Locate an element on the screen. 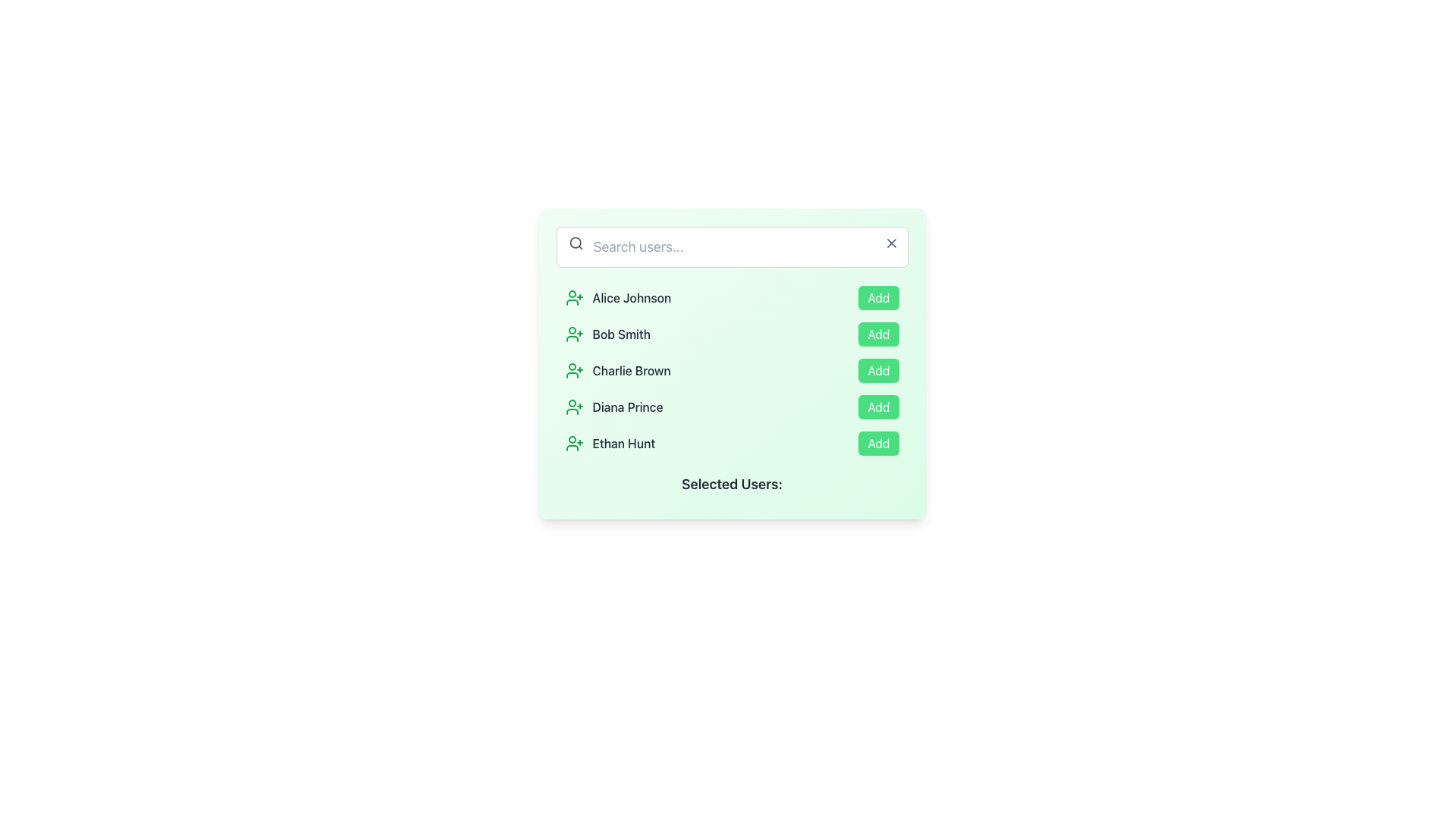 The height and width of the screenshot is (819, 1456). the user icon with a plus symbol next to it, located at the start of the 'Alice Johnson' entry in the user selection list is located at coordinates (573, 298).